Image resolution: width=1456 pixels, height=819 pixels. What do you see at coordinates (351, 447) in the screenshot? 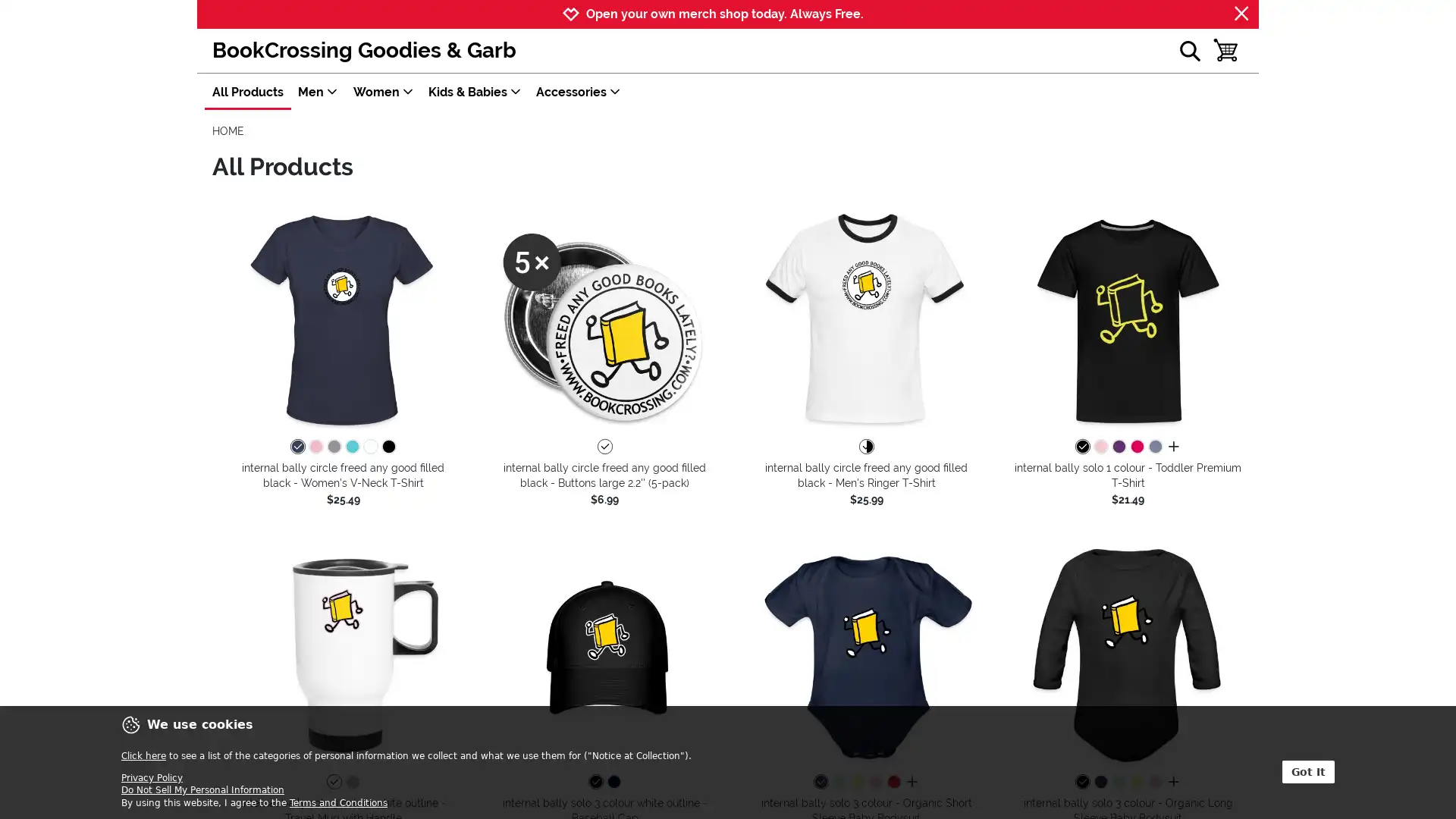
I see `aqua` at bounding box center [351, 447].